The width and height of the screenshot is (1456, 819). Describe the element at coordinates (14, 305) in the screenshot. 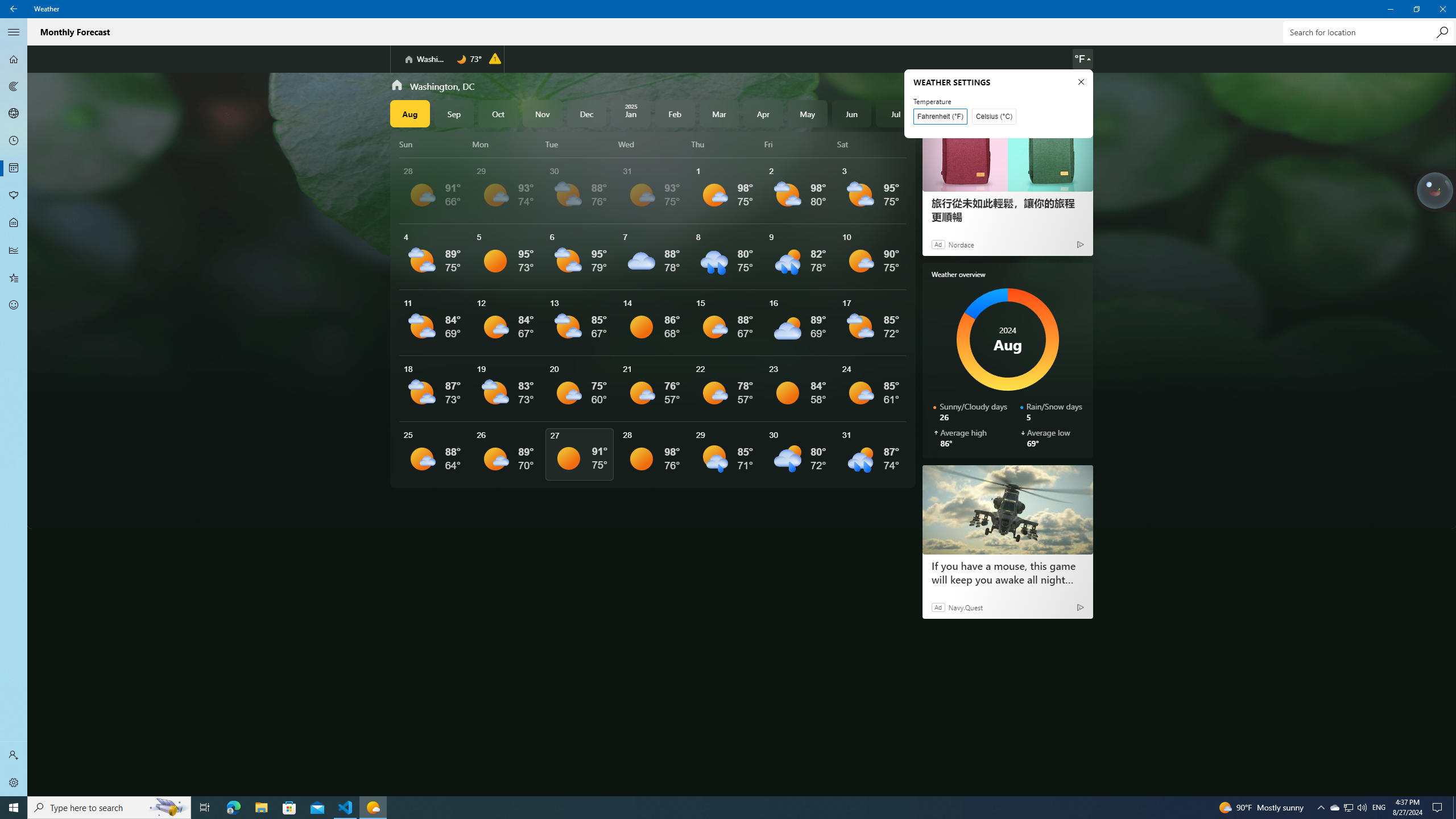

I see `'Send Feedback - Not Selected'` at that location.